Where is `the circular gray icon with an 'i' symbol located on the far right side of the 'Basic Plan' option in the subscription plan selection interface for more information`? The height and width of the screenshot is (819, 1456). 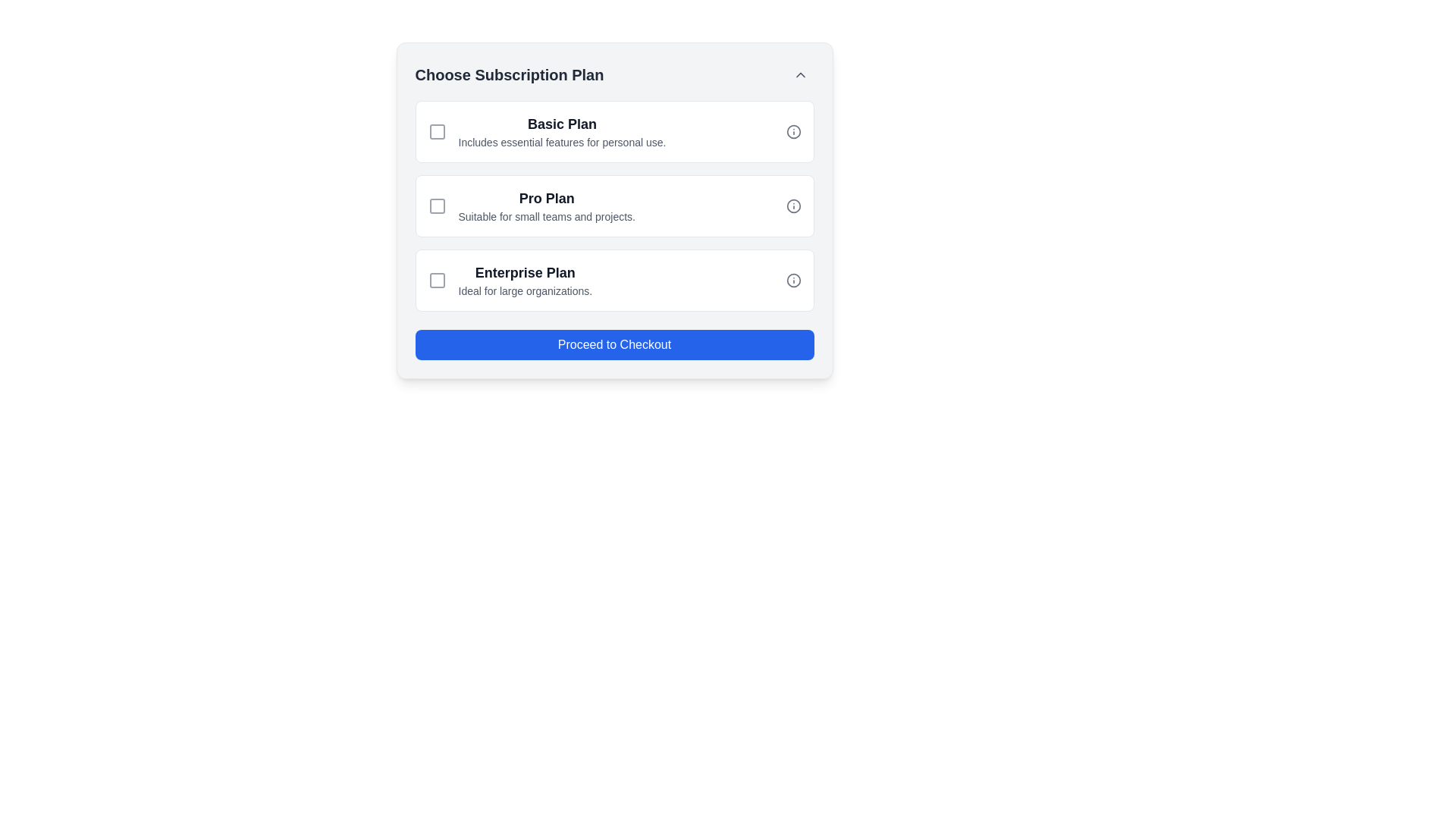 the circular gray icon with an 'i' symbol located on the far right side of the 'Basic Plan' option in the subscription plan selection interface for more information is located at coordinates (792, 130).